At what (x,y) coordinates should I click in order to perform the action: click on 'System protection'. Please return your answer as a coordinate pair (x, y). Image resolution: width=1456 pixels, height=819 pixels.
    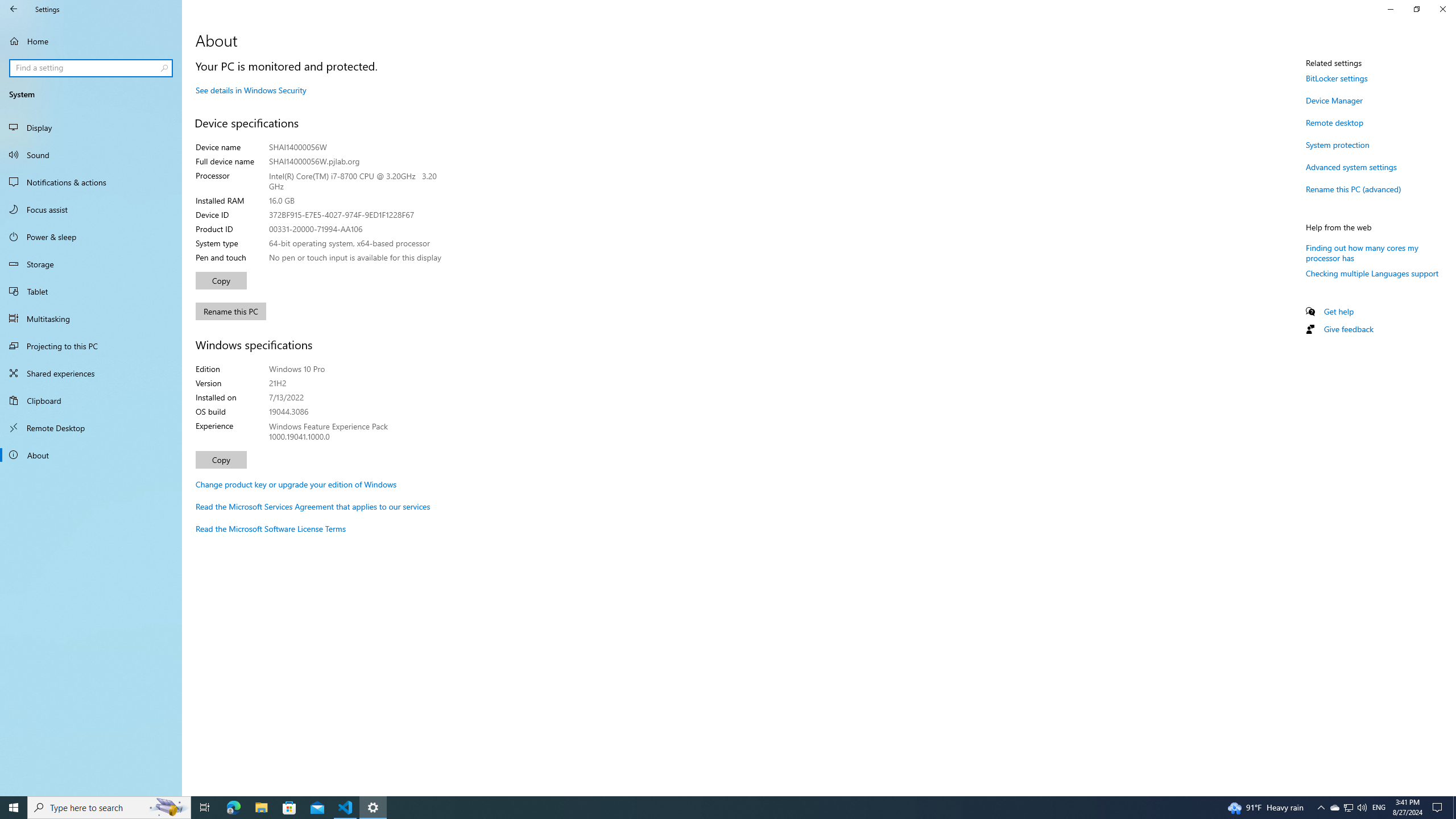
    Looking at the image, I should click on (1338, 144).